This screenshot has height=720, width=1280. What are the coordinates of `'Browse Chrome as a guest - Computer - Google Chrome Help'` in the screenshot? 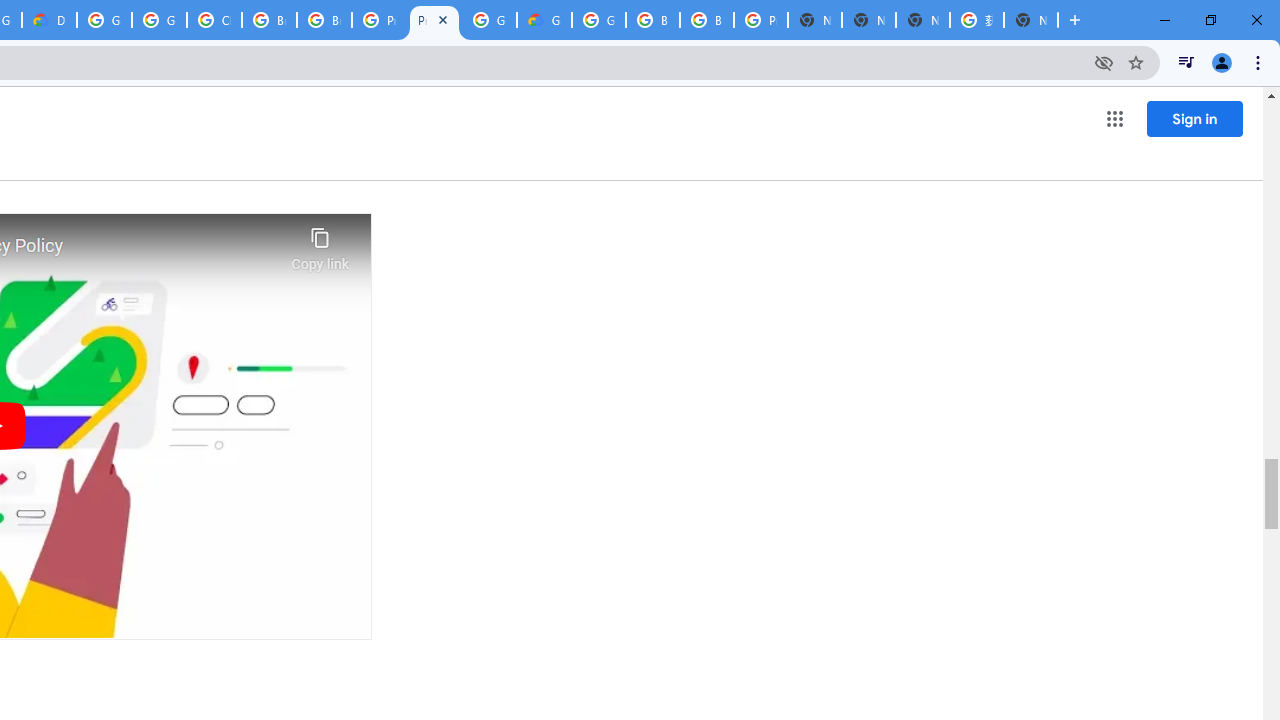 It's located at (268, 20).